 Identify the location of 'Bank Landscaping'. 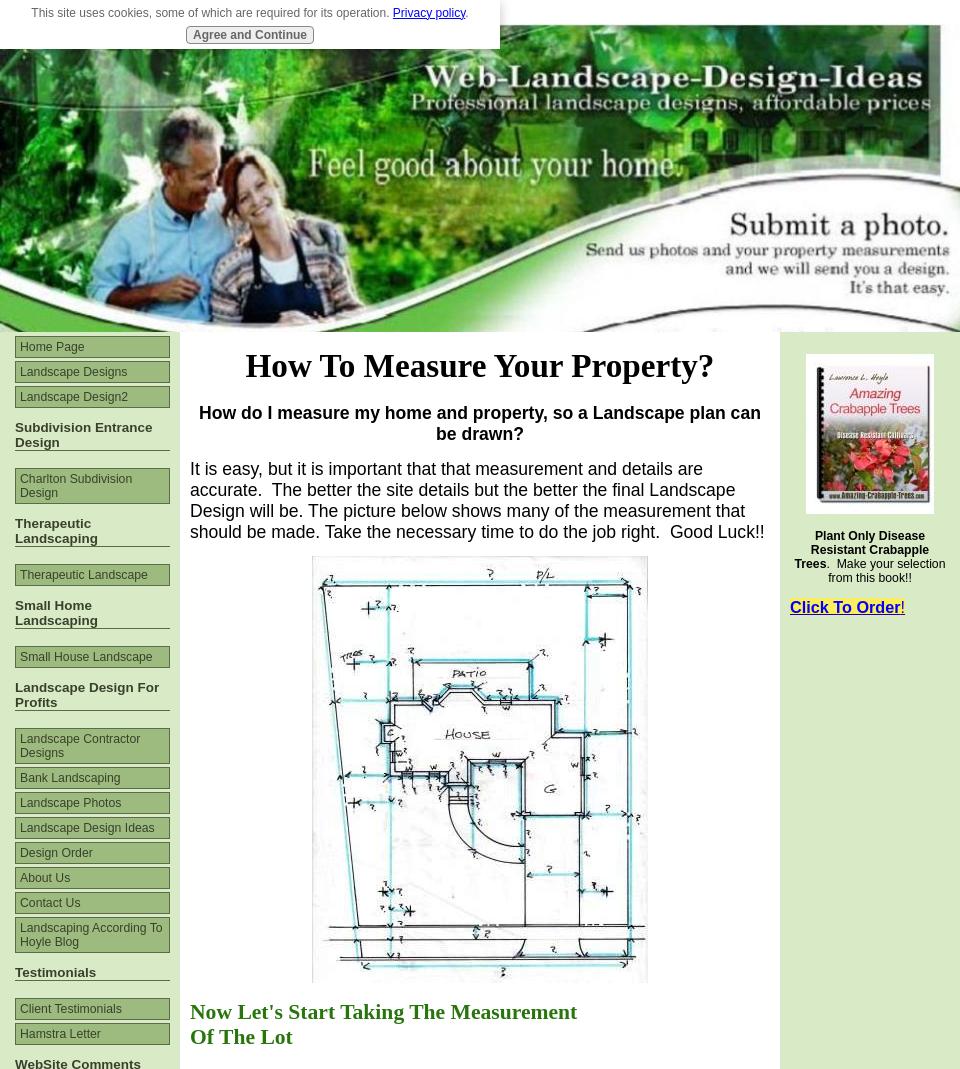
(18, 778).